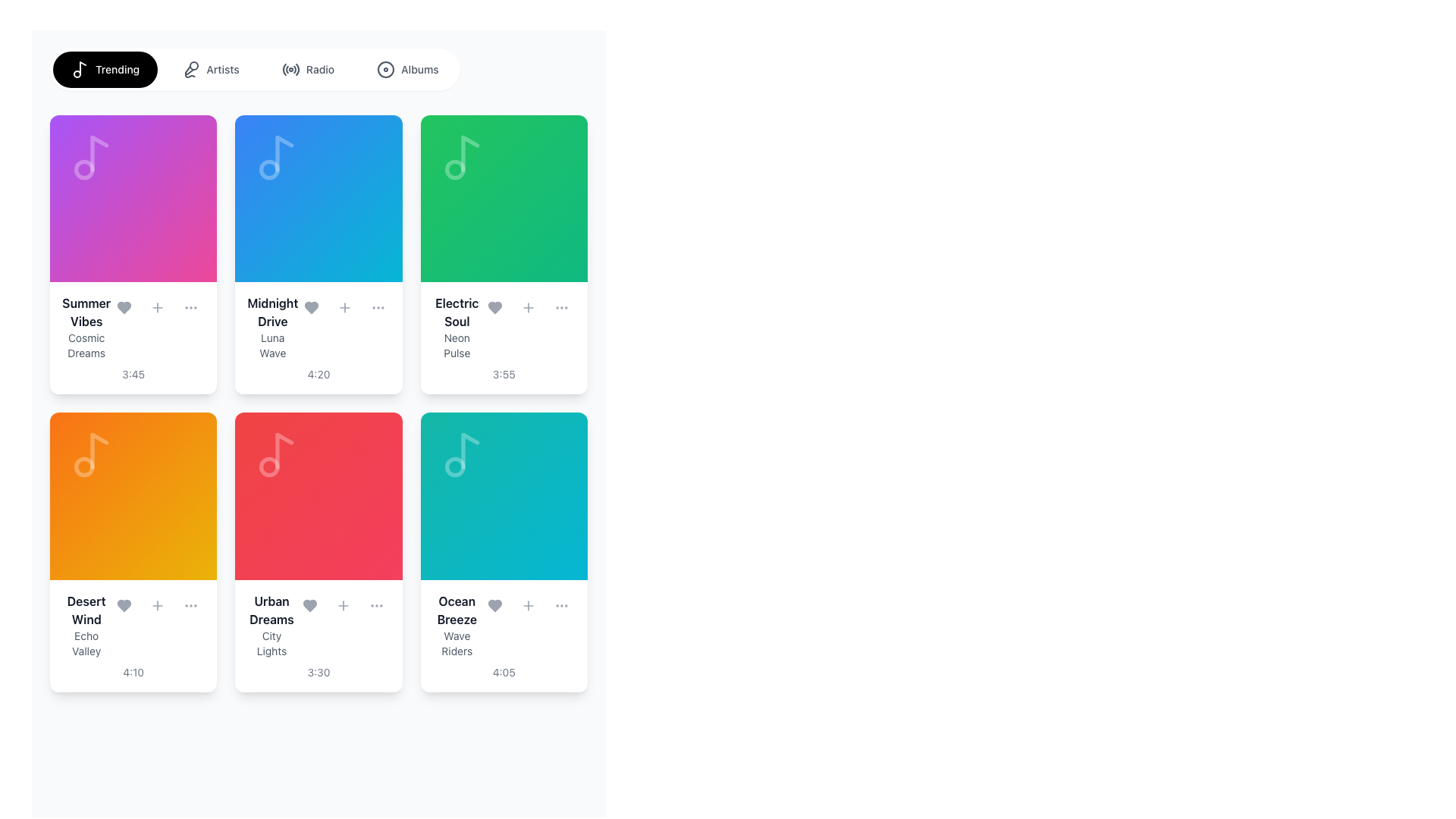 The height and width of the screenshot is (819, 1456). Describe the element at coordinates (190, 70) in the screenshot. I see `the 'Artists' menu item icon, which is the leftmost icon in the second option of the horizontal navigation bar at the top of the page` at that location.